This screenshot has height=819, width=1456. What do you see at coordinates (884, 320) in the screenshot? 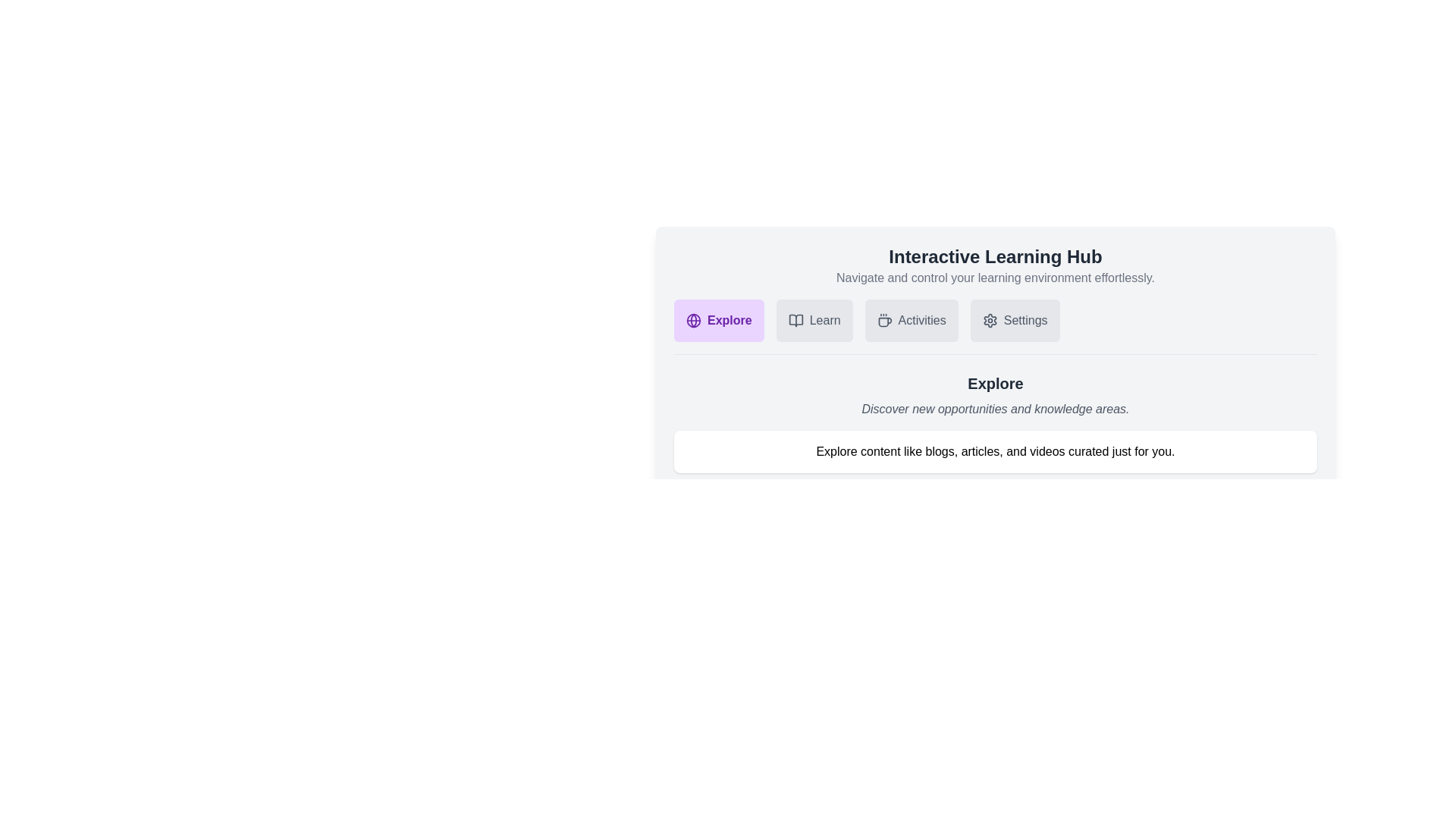
I see `the 'Activities' button, which is identified by its icon located at the top-right section of the main menu` at bounding box center [884, 320].